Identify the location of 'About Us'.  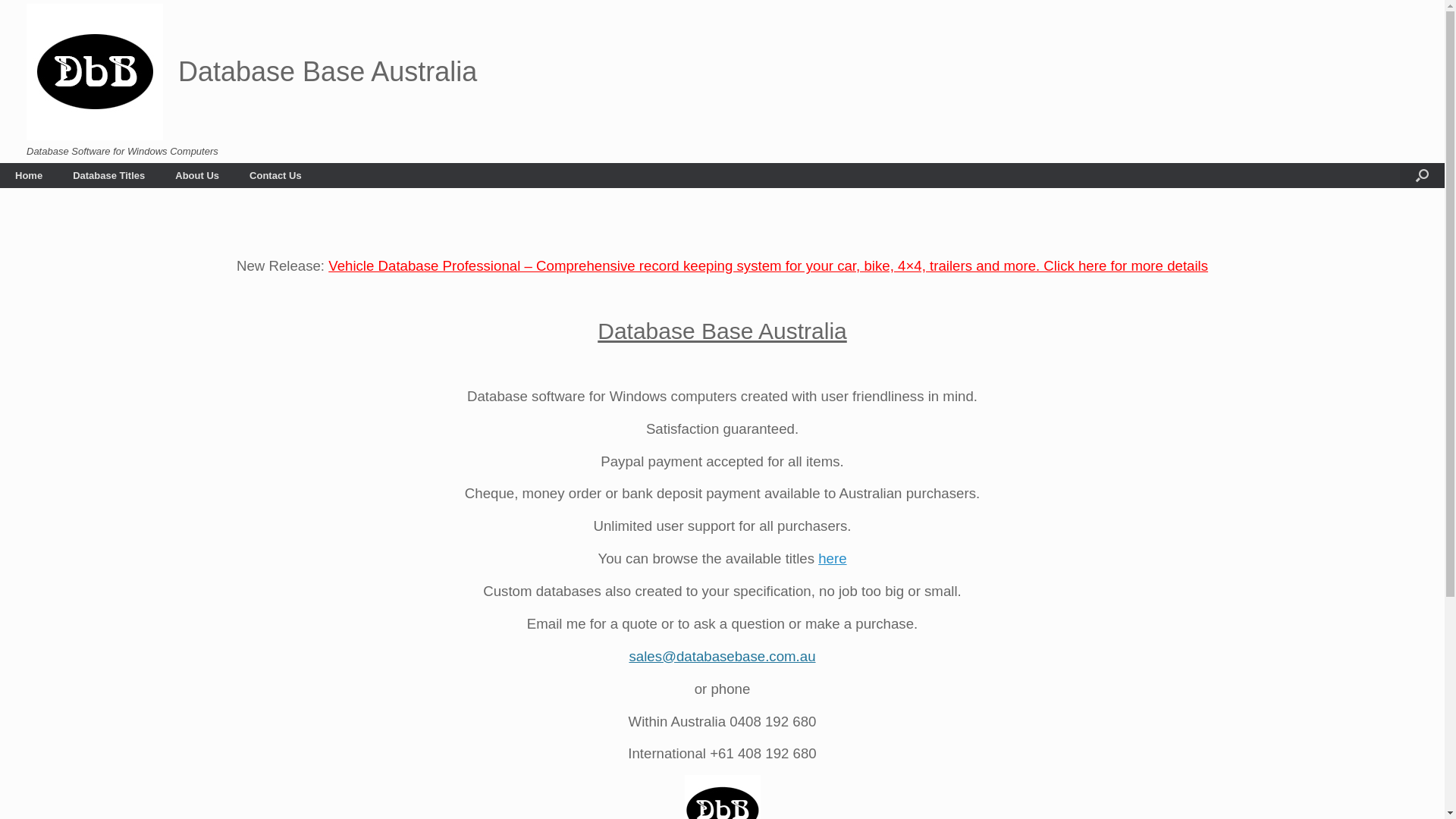
(196, 174).